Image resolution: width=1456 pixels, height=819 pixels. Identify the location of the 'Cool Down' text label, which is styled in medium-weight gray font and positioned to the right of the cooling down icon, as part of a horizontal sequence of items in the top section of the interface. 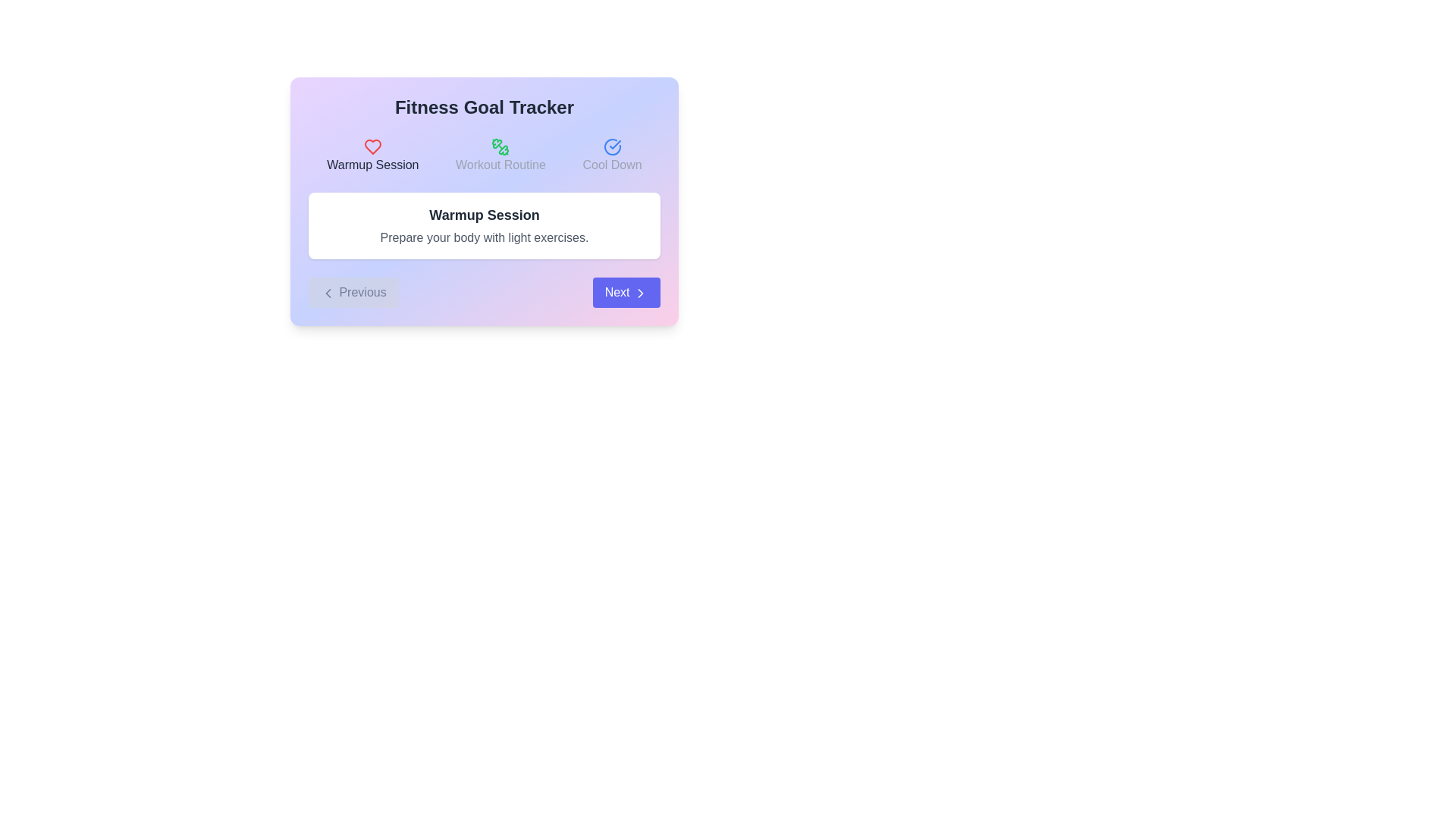
(612, 165).